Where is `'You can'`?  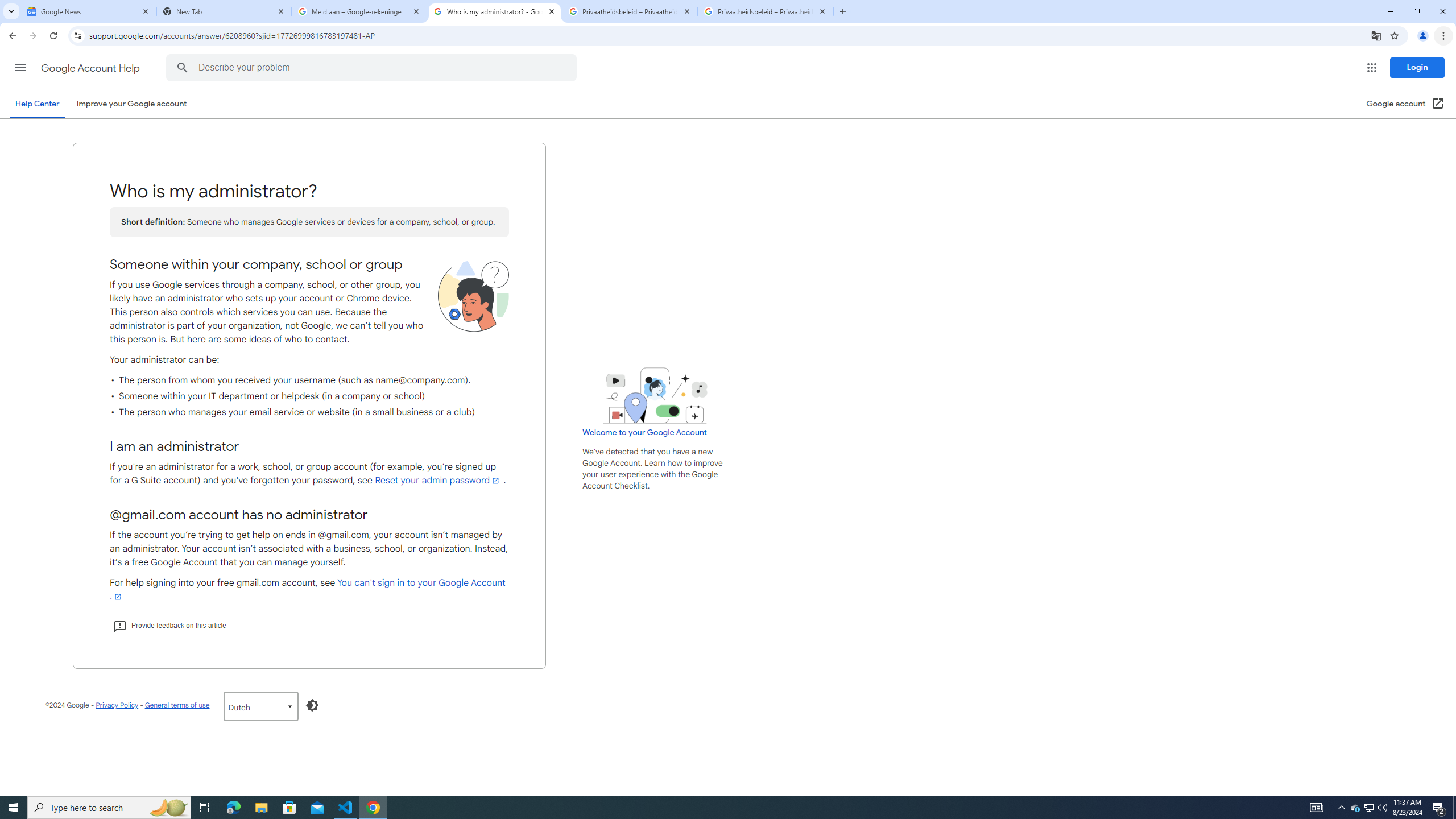 'You can' is located at coordinates (307, 589).